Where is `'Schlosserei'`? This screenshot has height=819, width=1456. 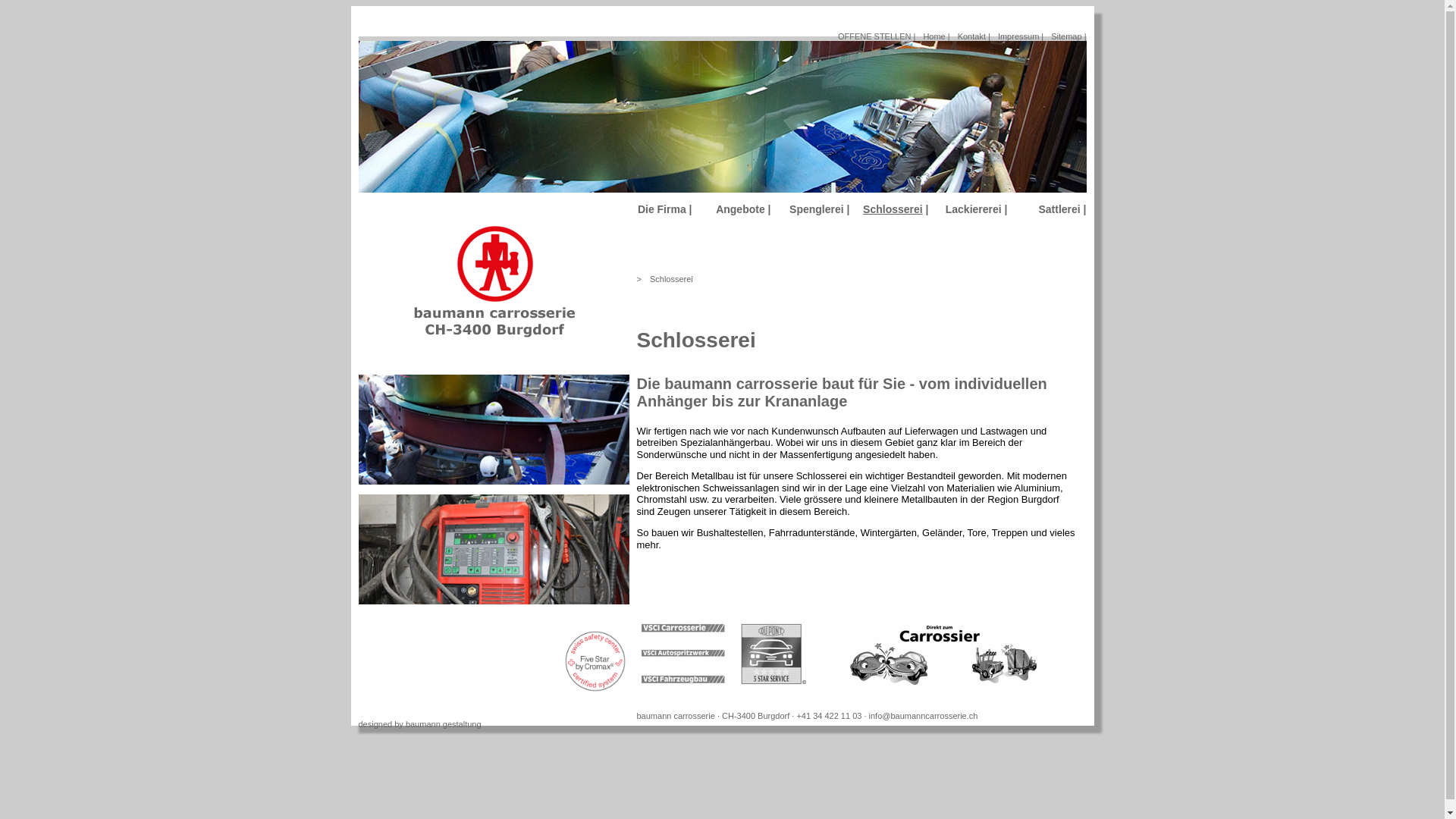 'Schlosserei' is located at coordinates (670, 278).